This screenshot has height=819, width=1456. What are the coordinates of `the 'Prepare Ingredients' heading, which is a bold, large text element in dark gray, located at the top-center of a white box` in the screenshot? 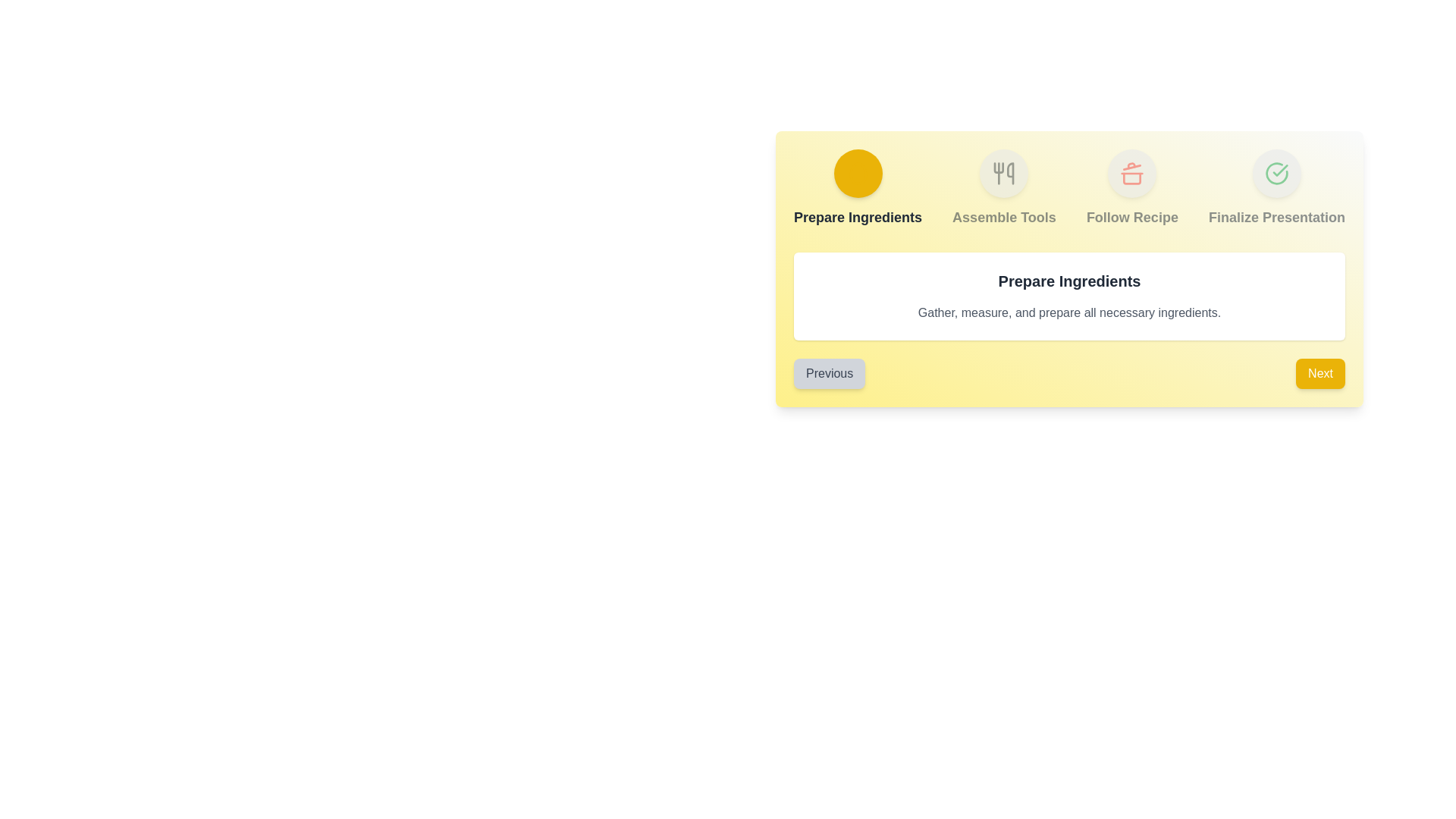 It's located at (1068, 281).